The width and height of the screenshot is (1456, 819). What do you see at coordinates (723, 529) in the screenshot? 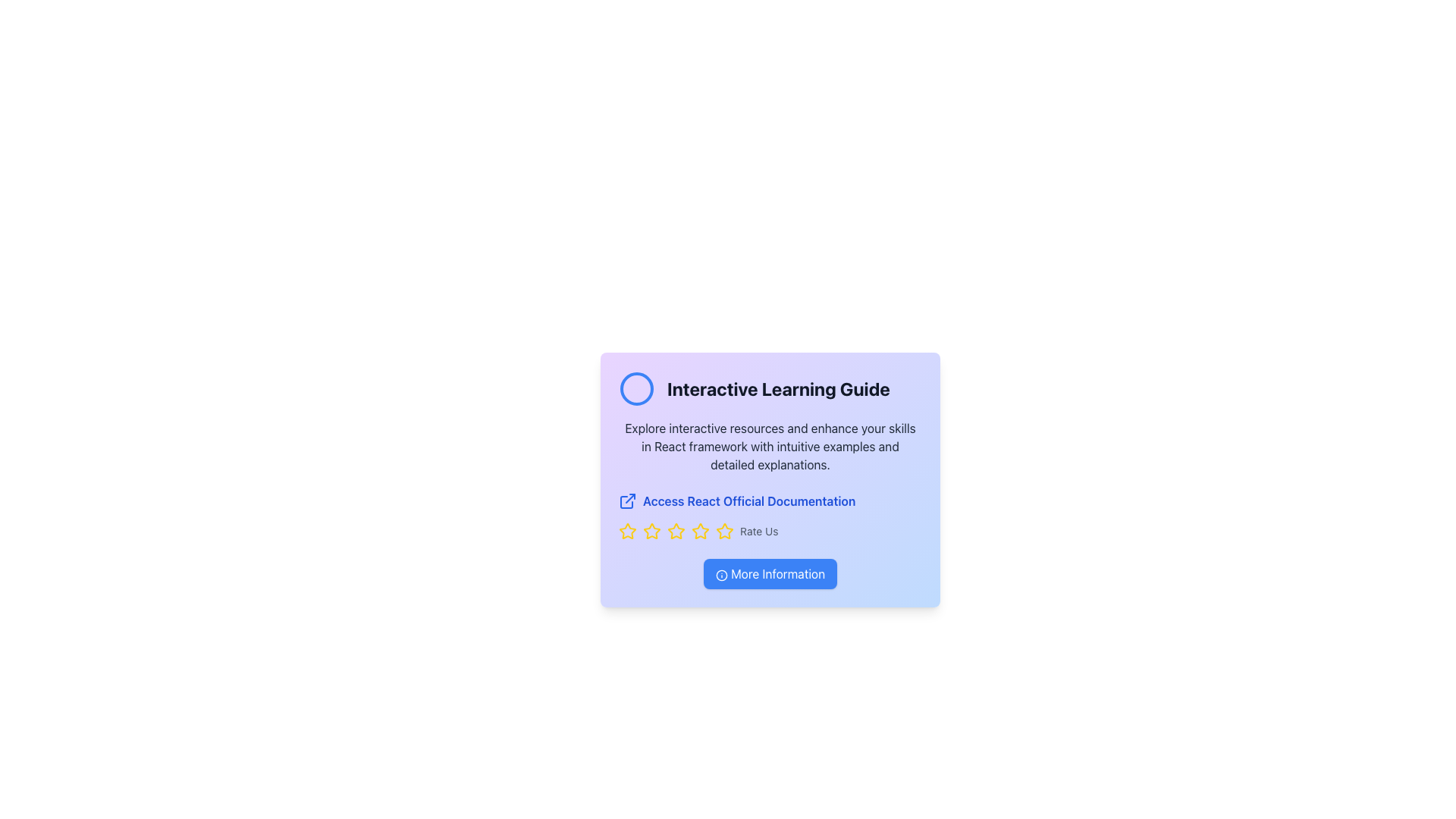
I see `the rating star icon` at bounding box center [723, 529].